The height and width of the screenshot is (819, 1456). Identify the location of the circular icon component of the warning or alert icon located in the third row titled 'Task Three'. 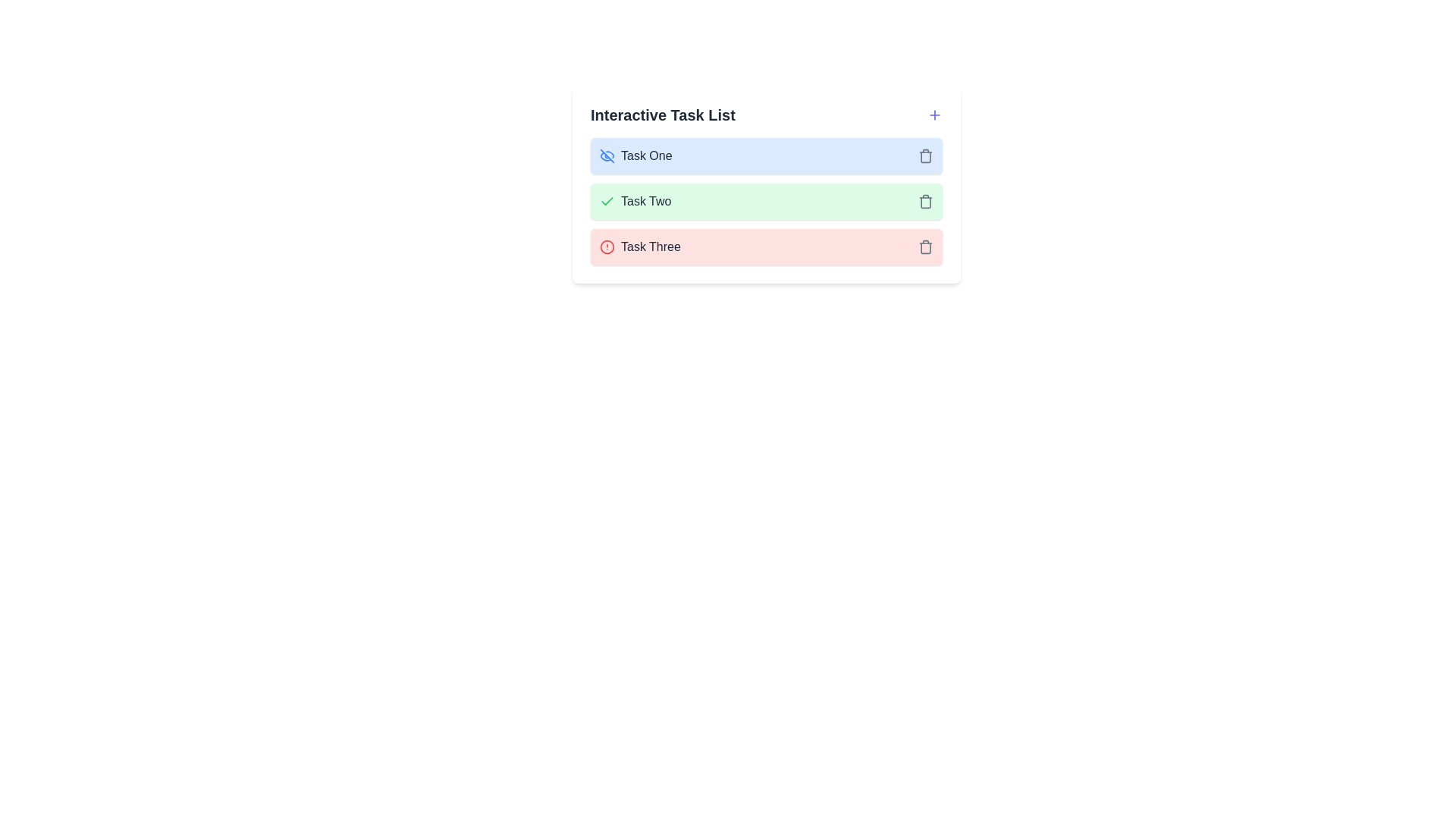
(607, 246).